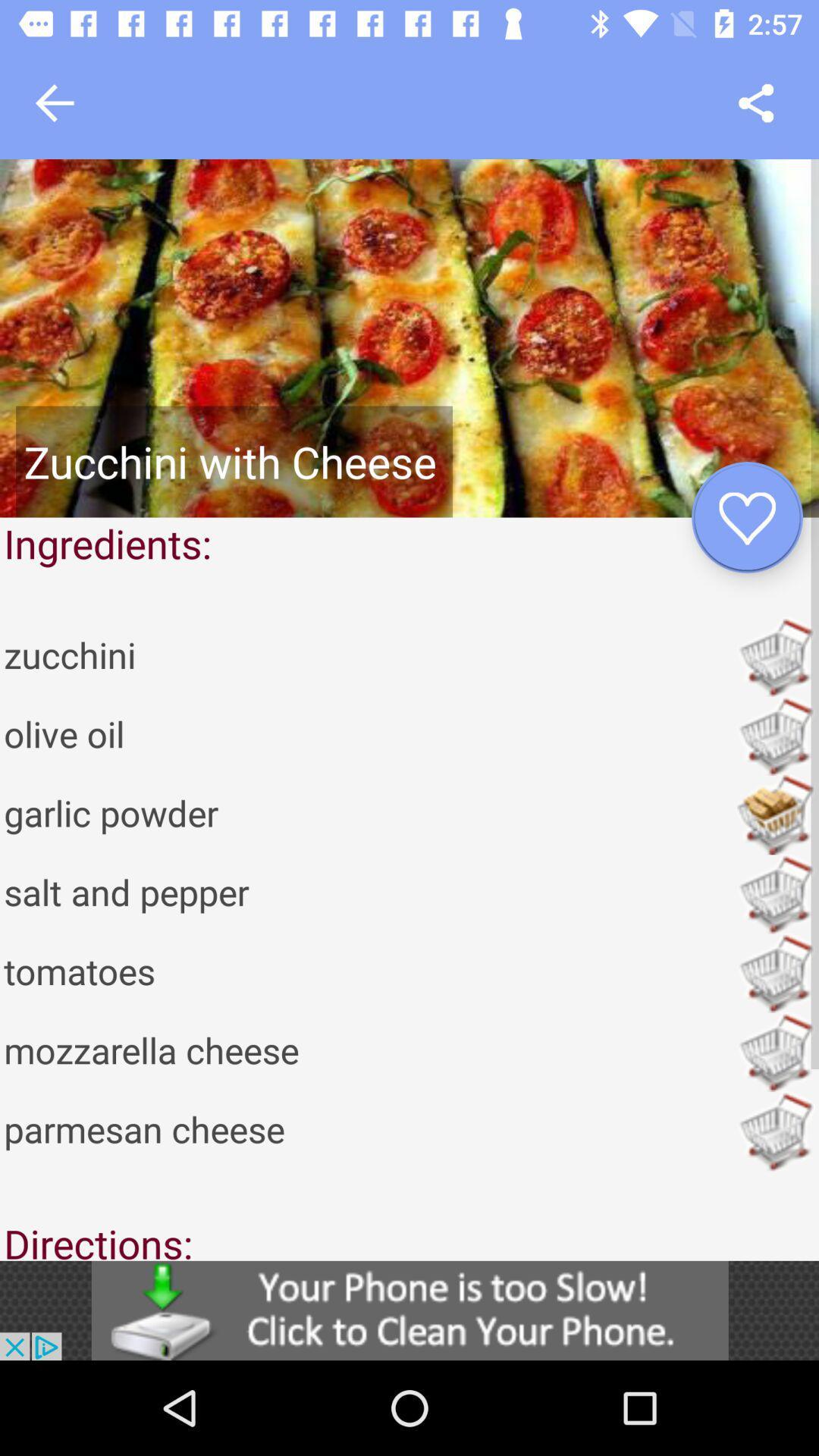 The height and width of the screenshot is (1456, 819). I want to click on advertisement about clean your phone, so click(409, 1310).